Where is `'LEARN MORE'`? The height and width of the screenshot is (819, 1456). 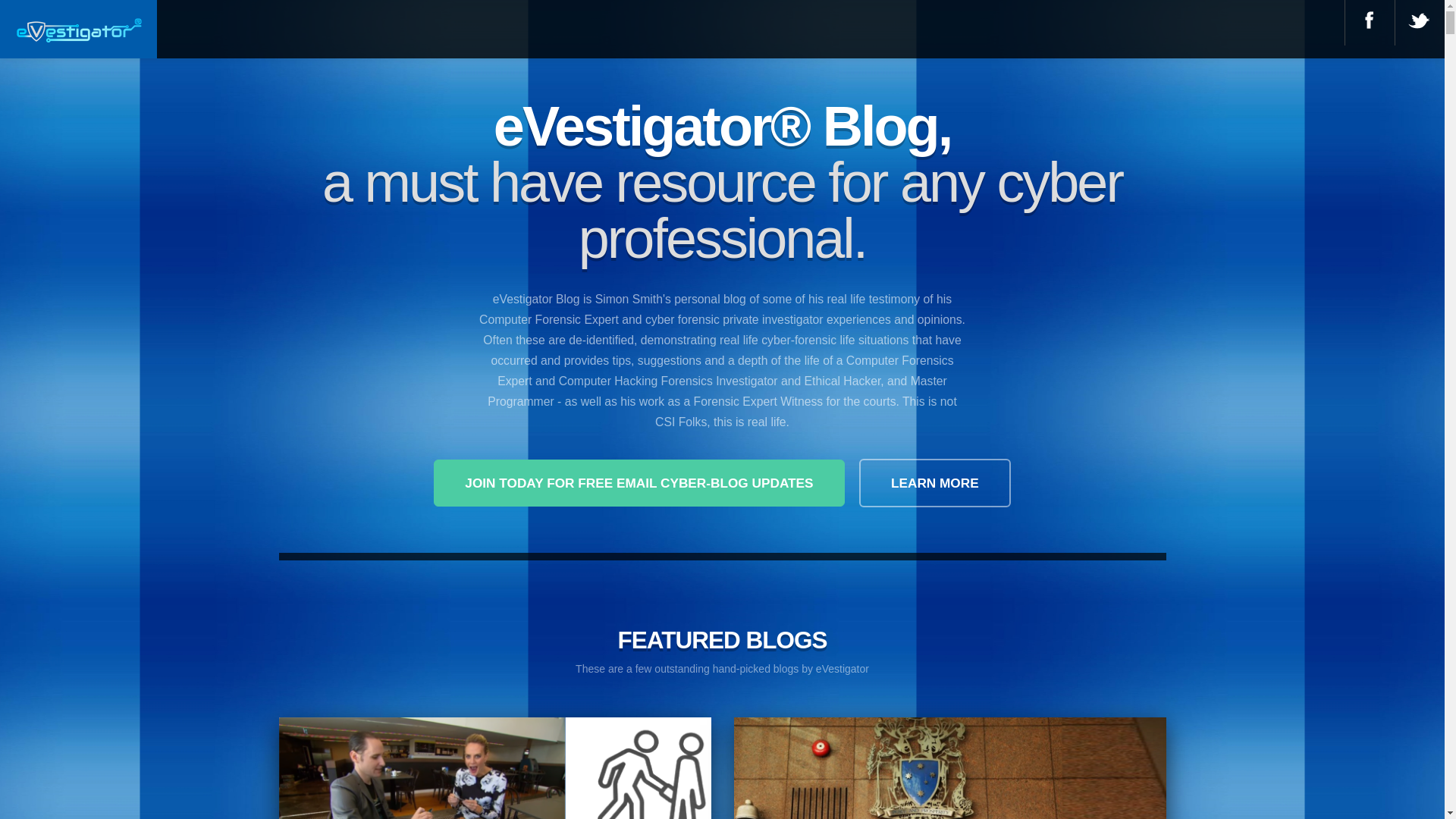
'LEARN MORE' is located at coordinates (934, 482).